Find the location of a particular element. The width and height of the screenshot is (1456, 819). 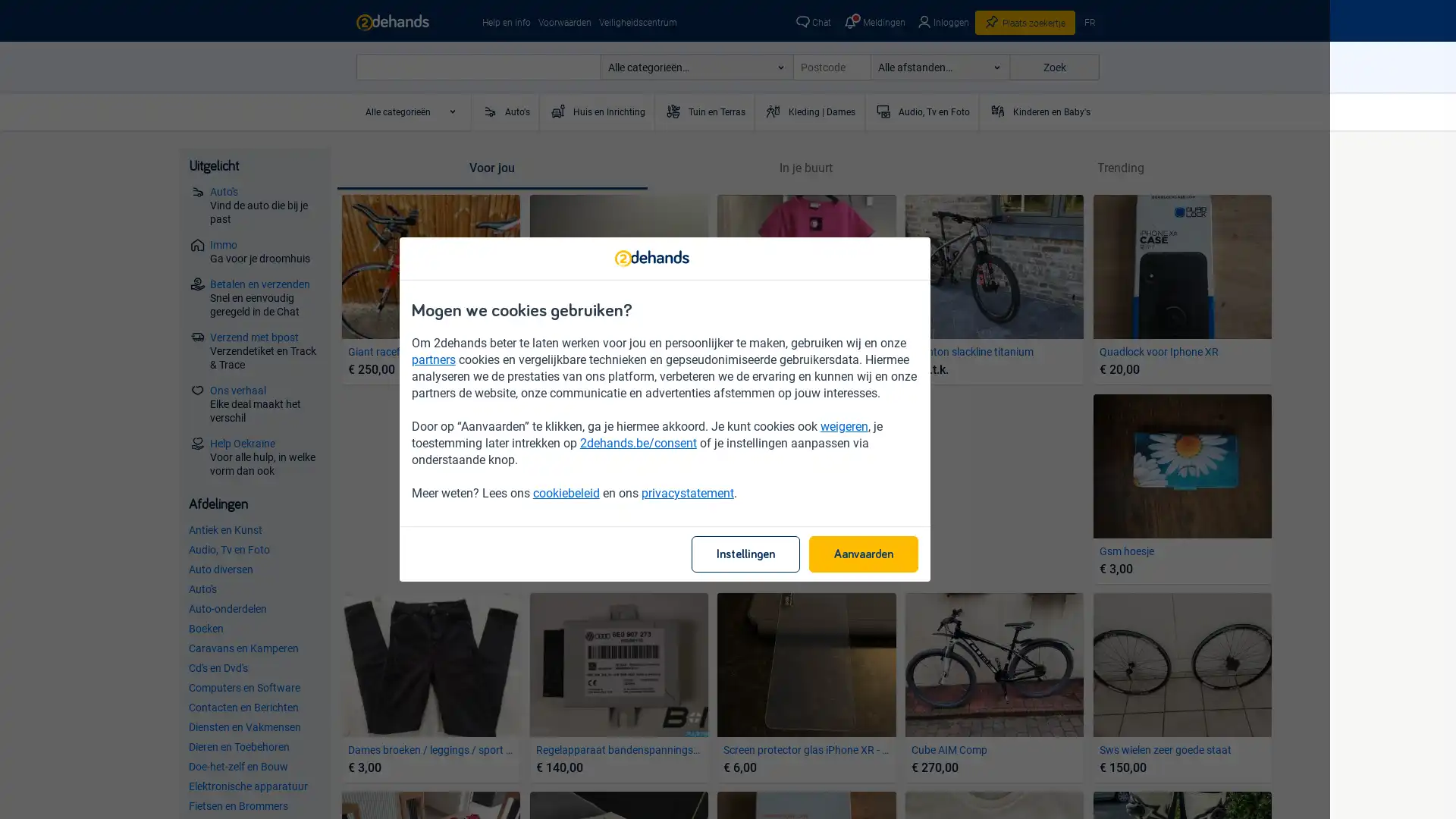

Aanvaarden is located at coordinates (926, 554).